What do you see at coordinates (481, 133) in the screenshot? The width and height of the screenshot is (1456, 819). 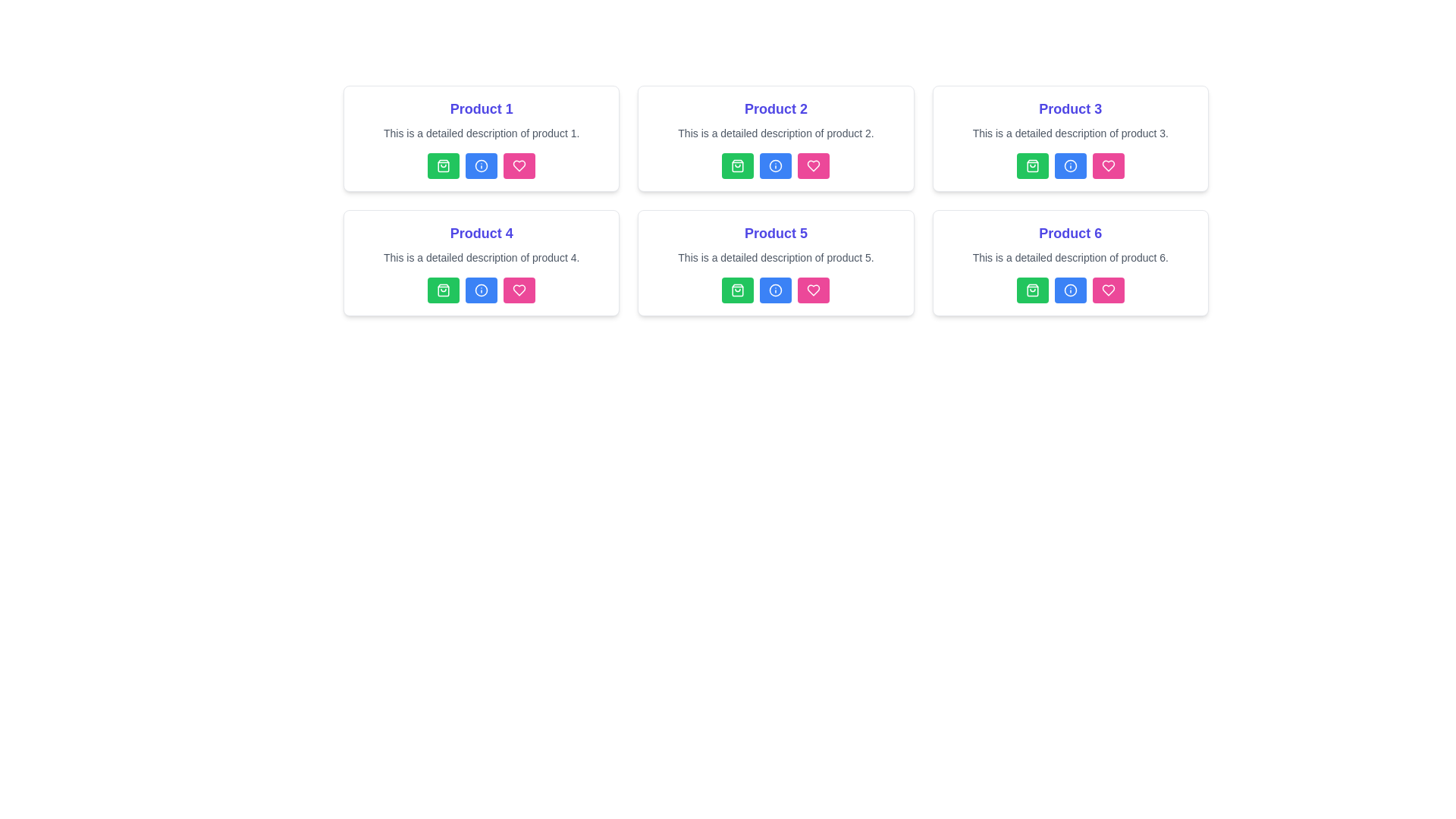 I see `the text label displaying 'This is a detailed description of product 1.' which is located below the title 'Product 1.'` at bounding box center [481, 133].